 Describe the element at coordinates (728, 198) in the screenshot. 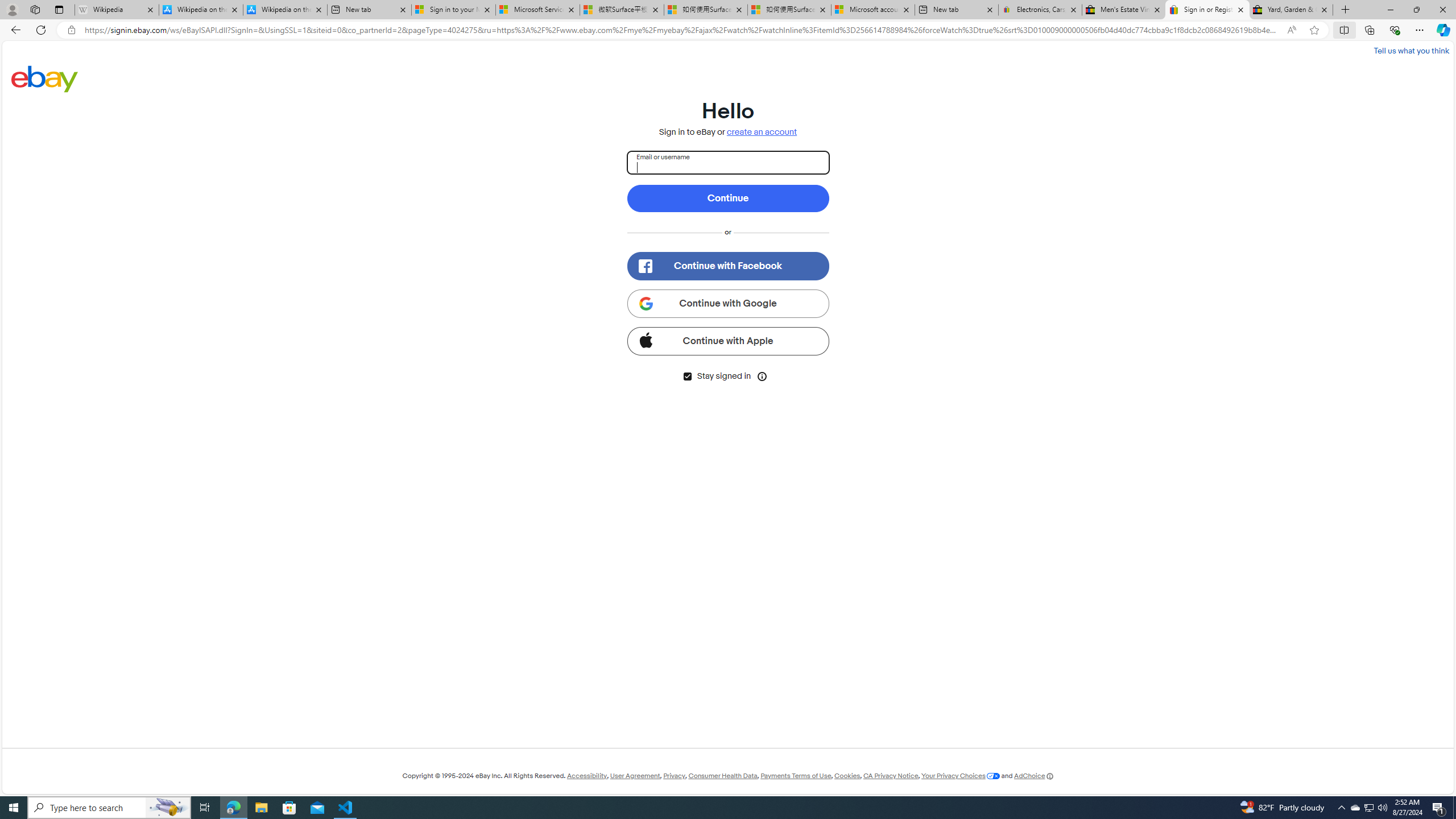

I see `'Continue'` at that location.